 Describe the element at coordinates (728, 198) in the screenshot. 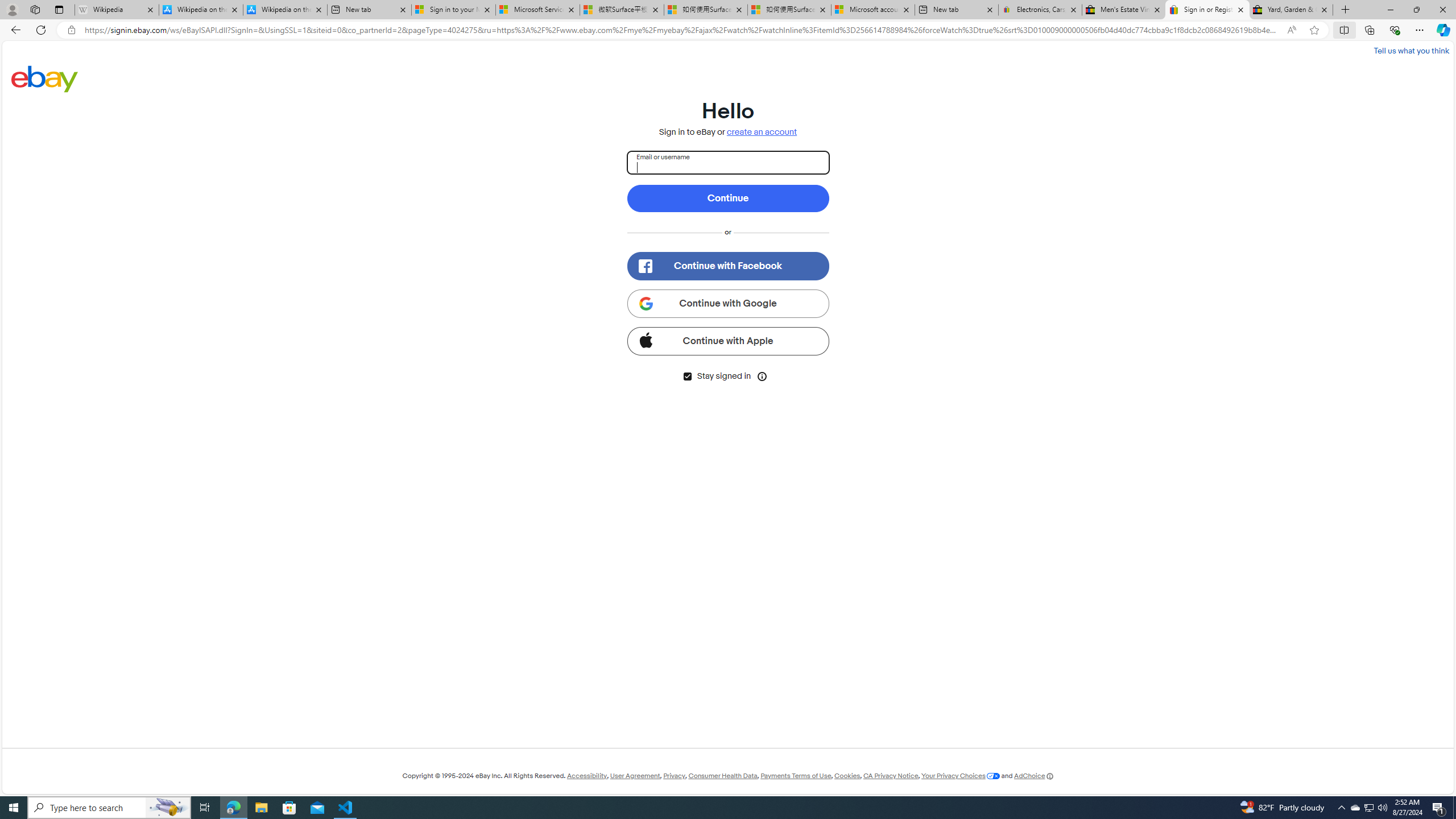

I see `'Continue'` at that location.